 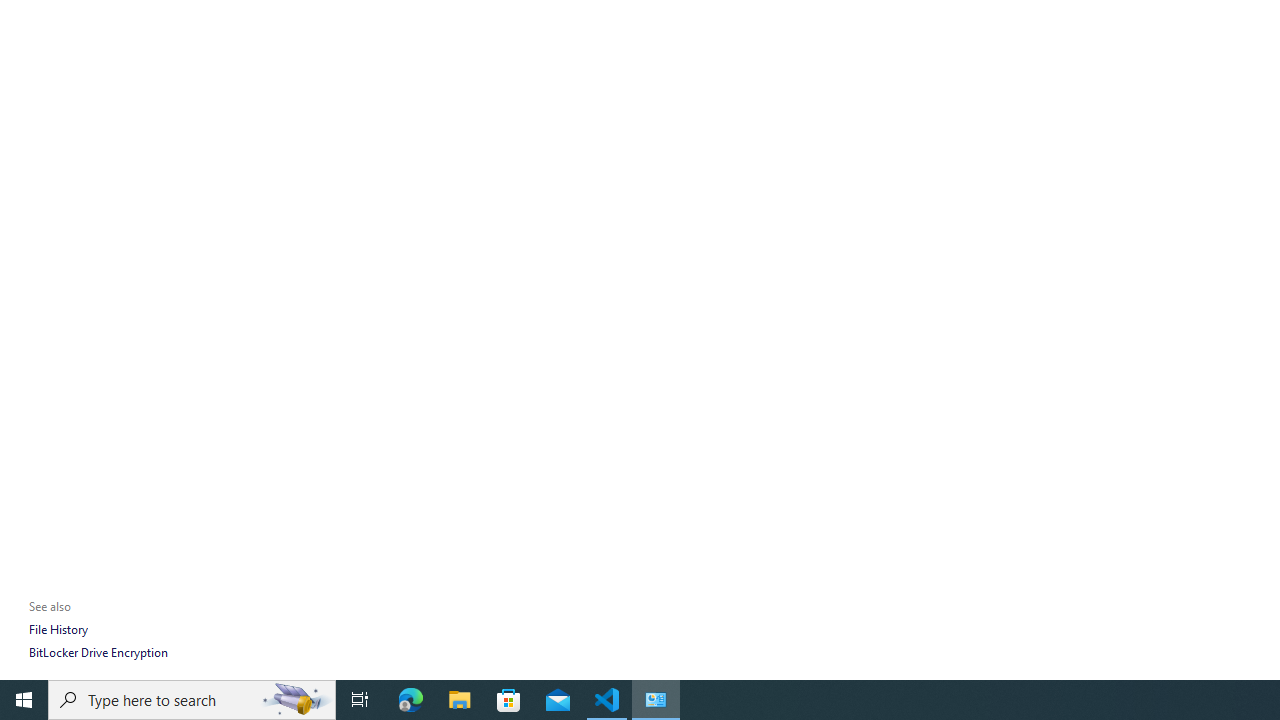 What do you see at coordinates (58, 628) in the screenshot?
I see `'File History'` at bounding box center [58, 628].